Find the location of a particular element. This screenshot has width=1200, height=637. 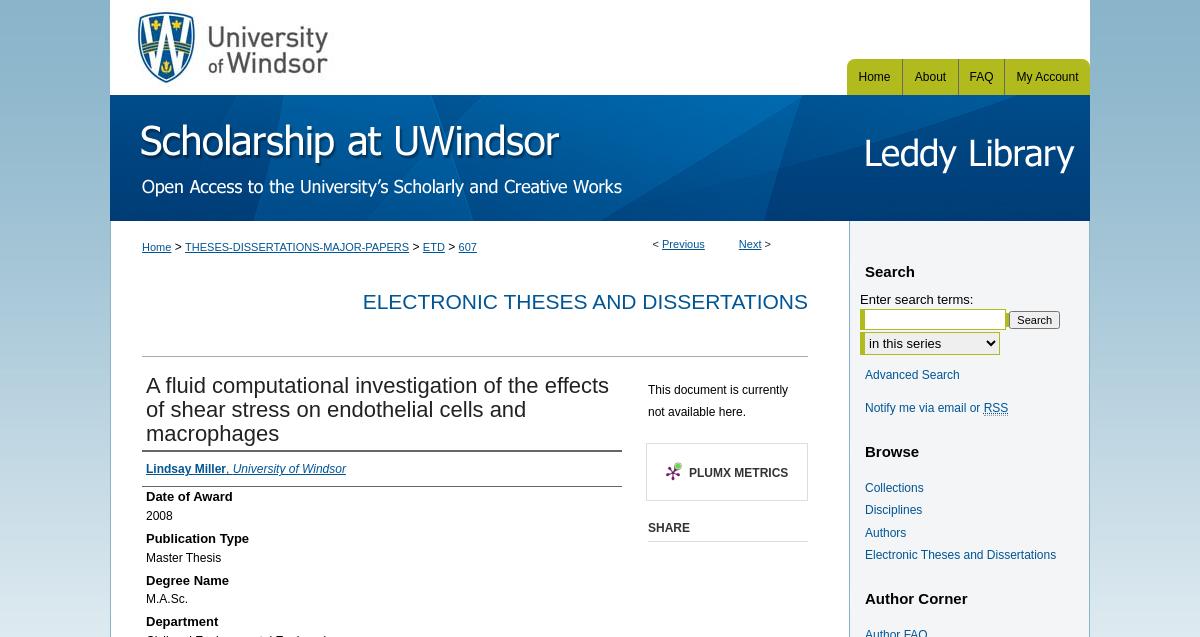

'Advanced Search' is located at coordinates (912, 373).